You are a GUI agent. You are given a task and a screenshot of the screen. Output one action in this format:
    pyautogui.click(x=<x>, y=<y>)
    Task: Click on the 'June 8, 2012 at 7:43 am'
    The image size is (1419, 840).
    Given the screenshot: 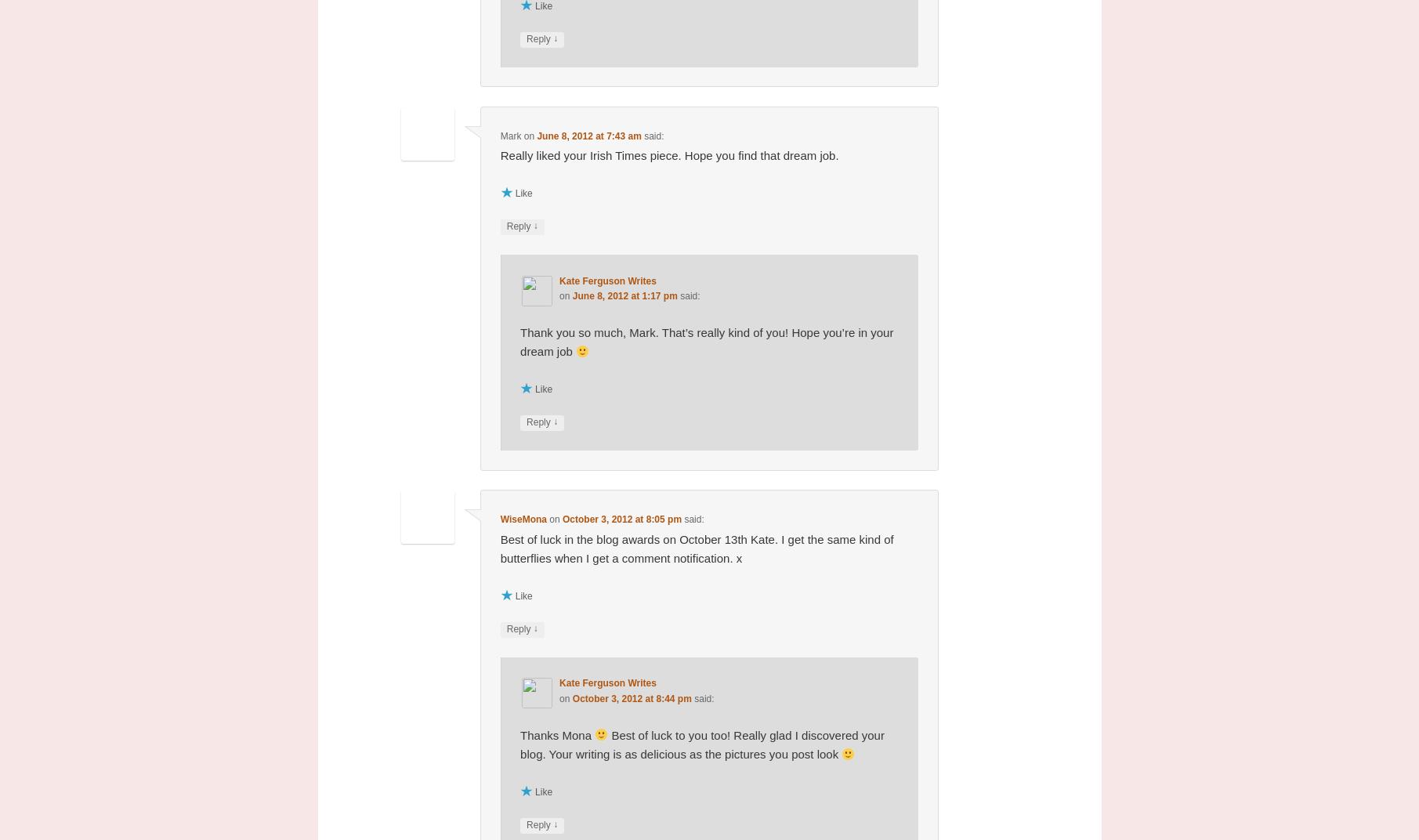 What is the action you would take?
    pyautogui.click(x=588, y=135)
    